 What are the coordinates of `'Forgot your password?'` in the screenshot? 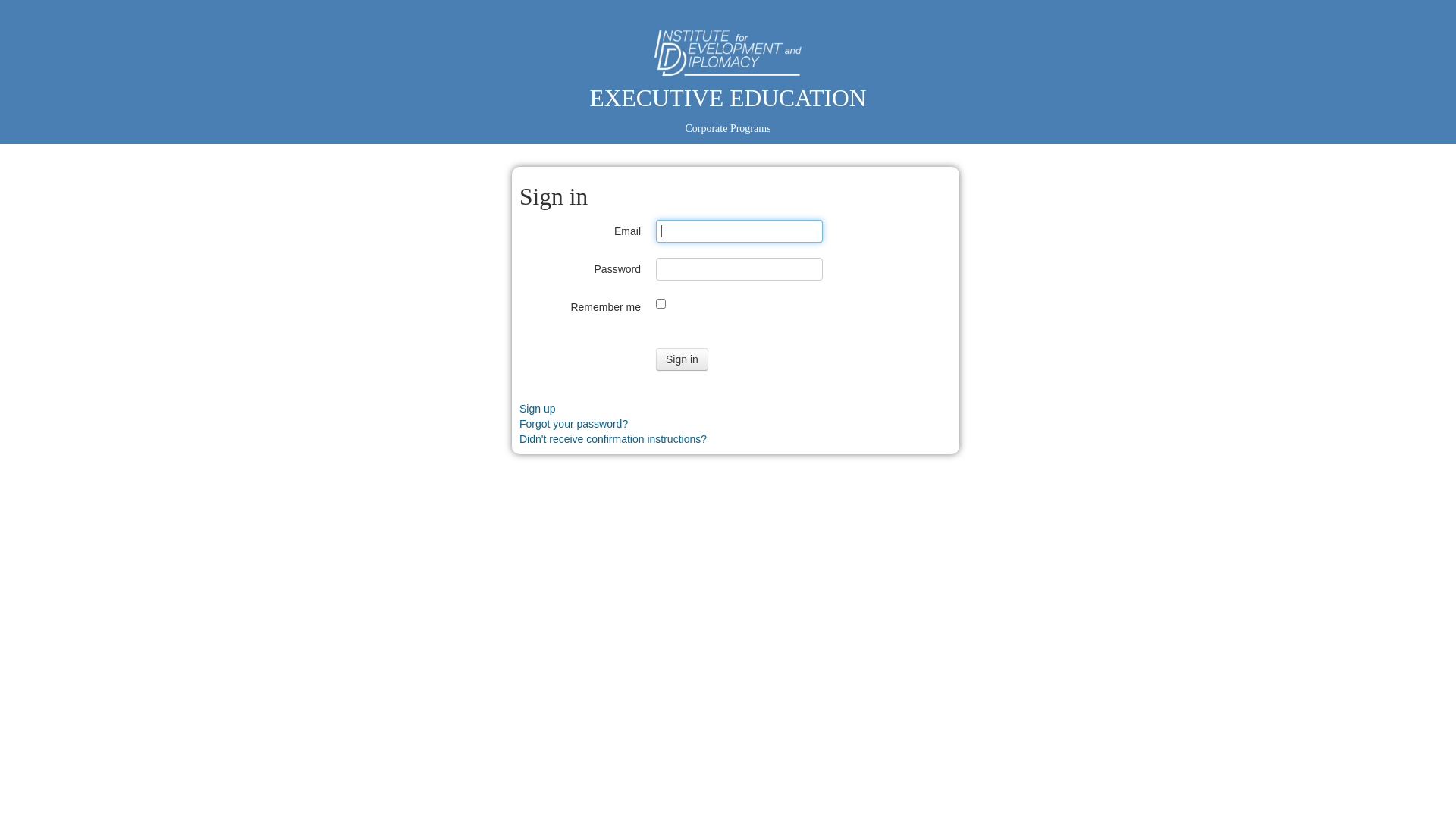 It's located at (573, 424).